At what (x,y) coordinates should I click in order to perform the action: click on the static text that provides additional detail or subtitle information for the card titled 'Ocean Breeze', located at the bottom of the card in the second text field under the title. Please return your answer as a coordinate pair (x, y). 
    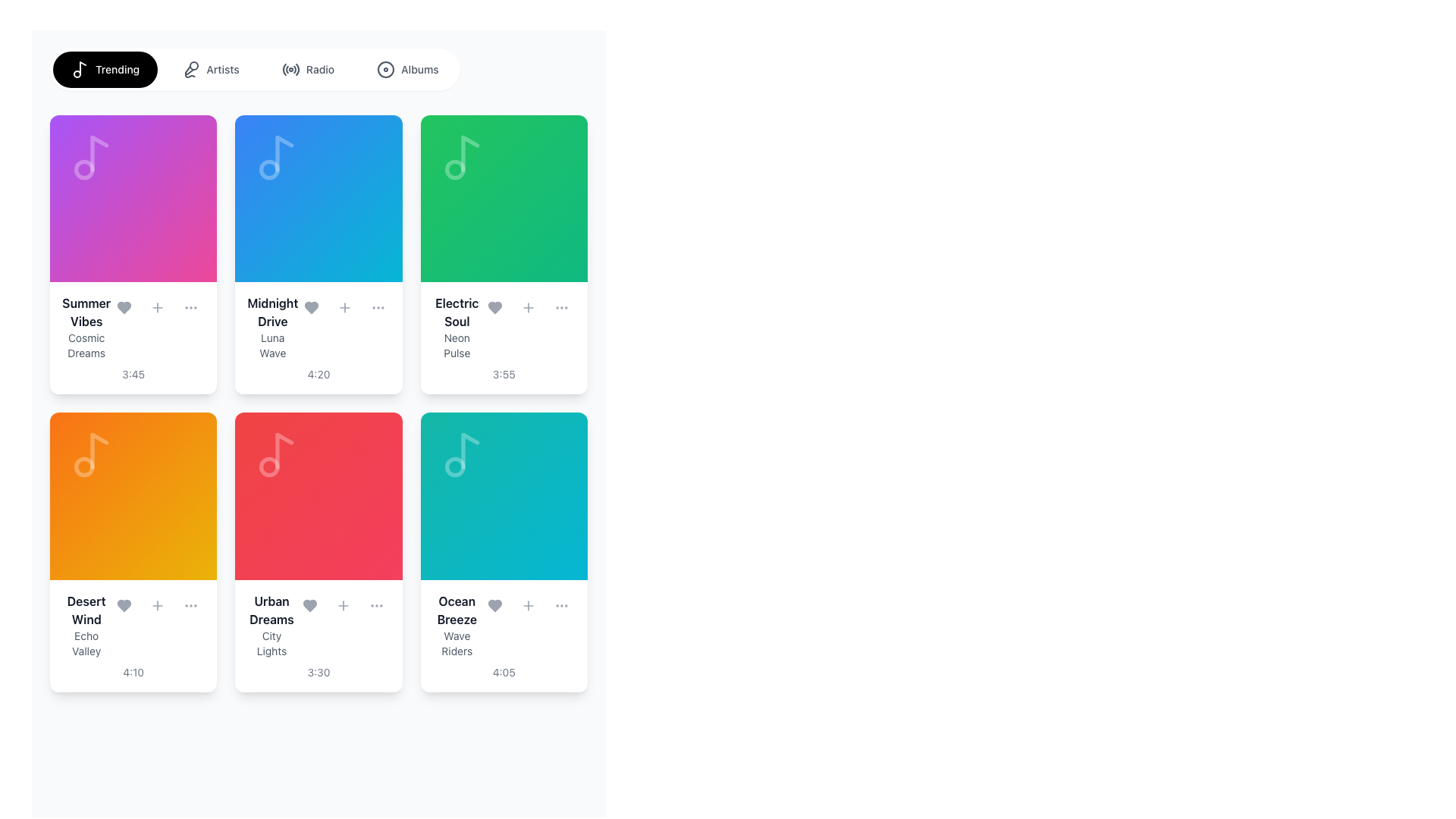
    Looking at the image, I should click on (456, 643).